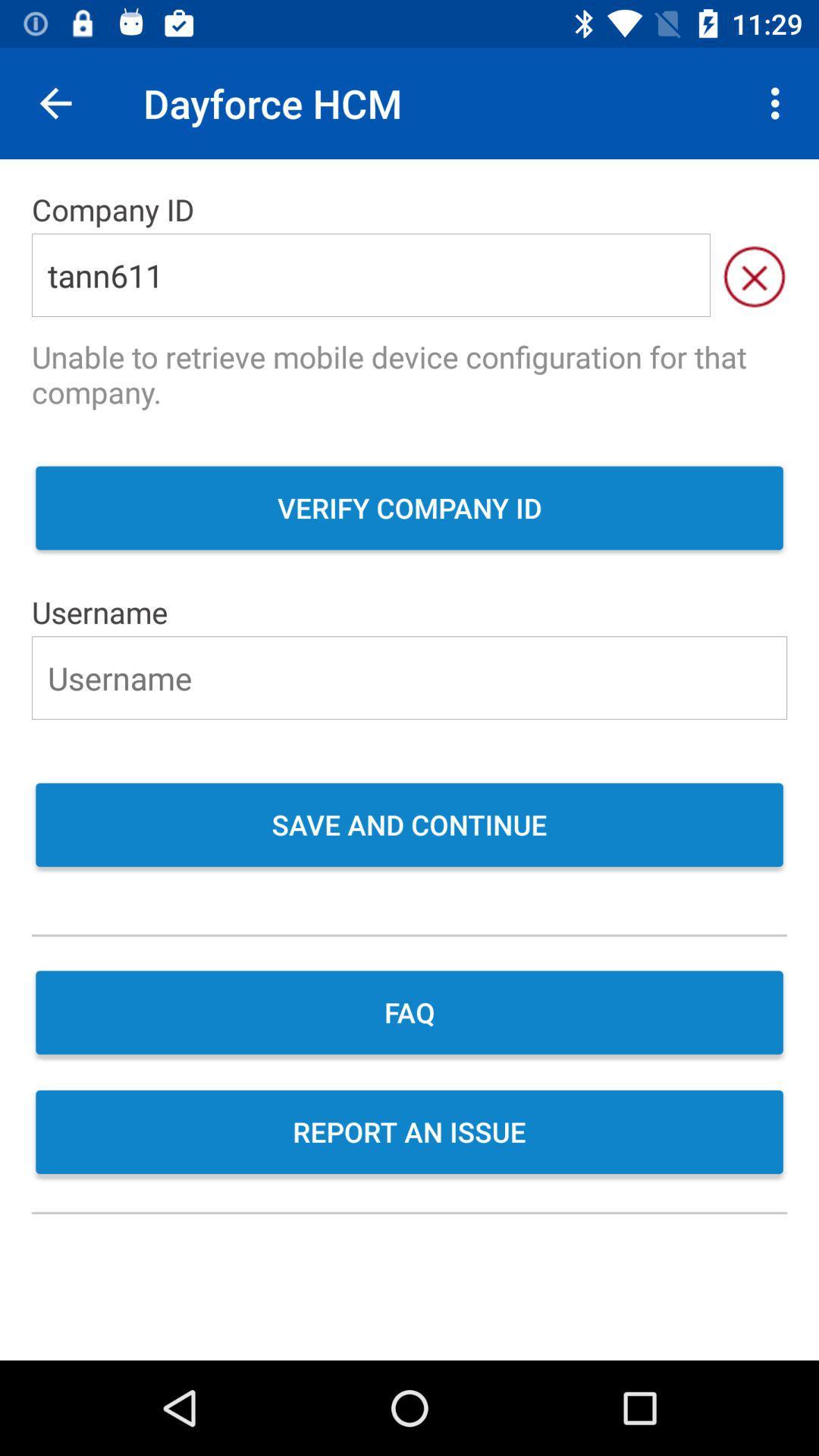 This screenshot has width=819, height=1456. Describe the element at coordinates (754, 275) in the screenshot. I see `the close icon` at that location.